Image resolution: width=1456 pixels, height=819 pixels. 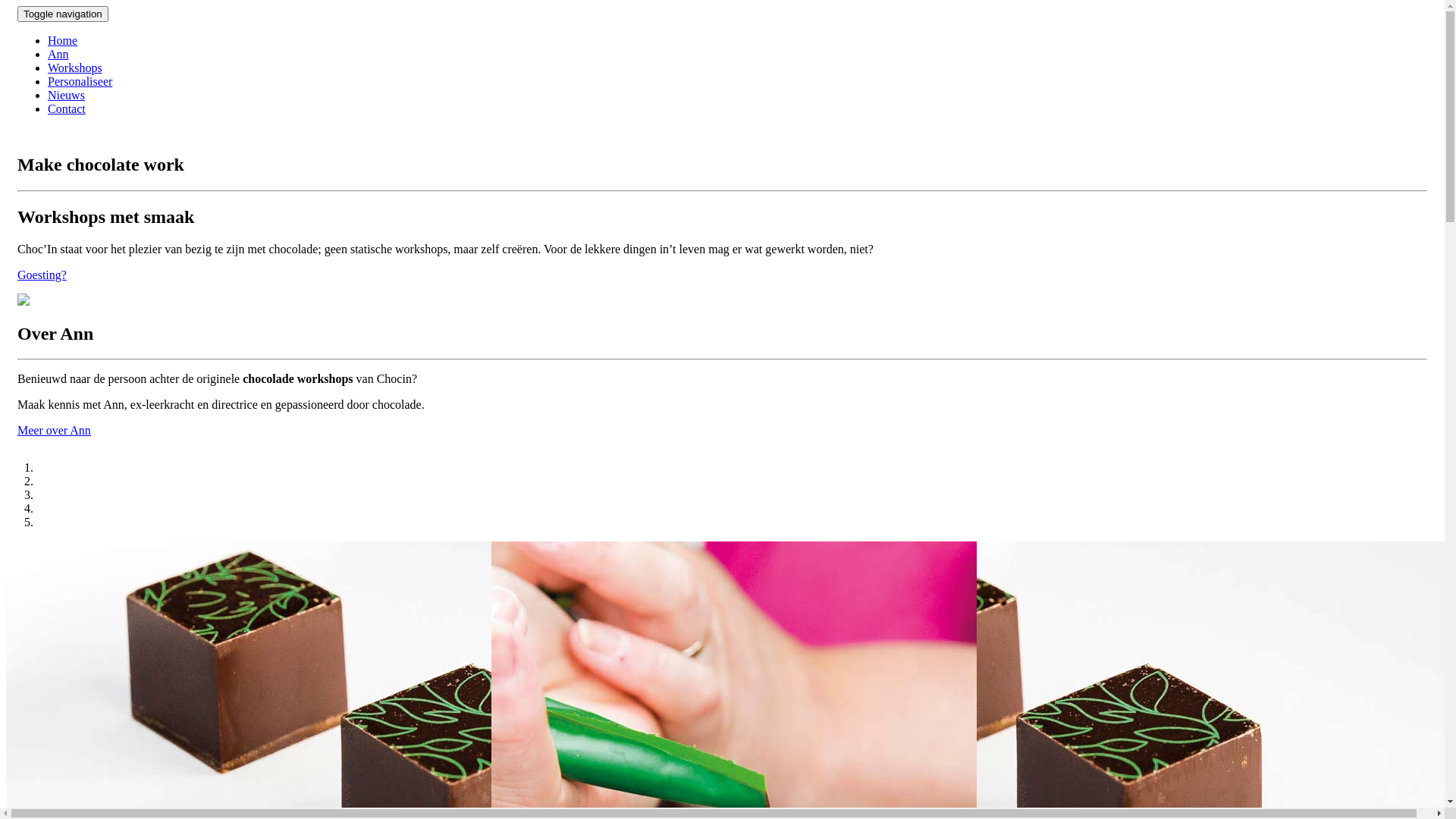 What do you see at coordinates (65, 95) in the screenshot?
I see `'Nieuws'` at bounding box center [65, 95].